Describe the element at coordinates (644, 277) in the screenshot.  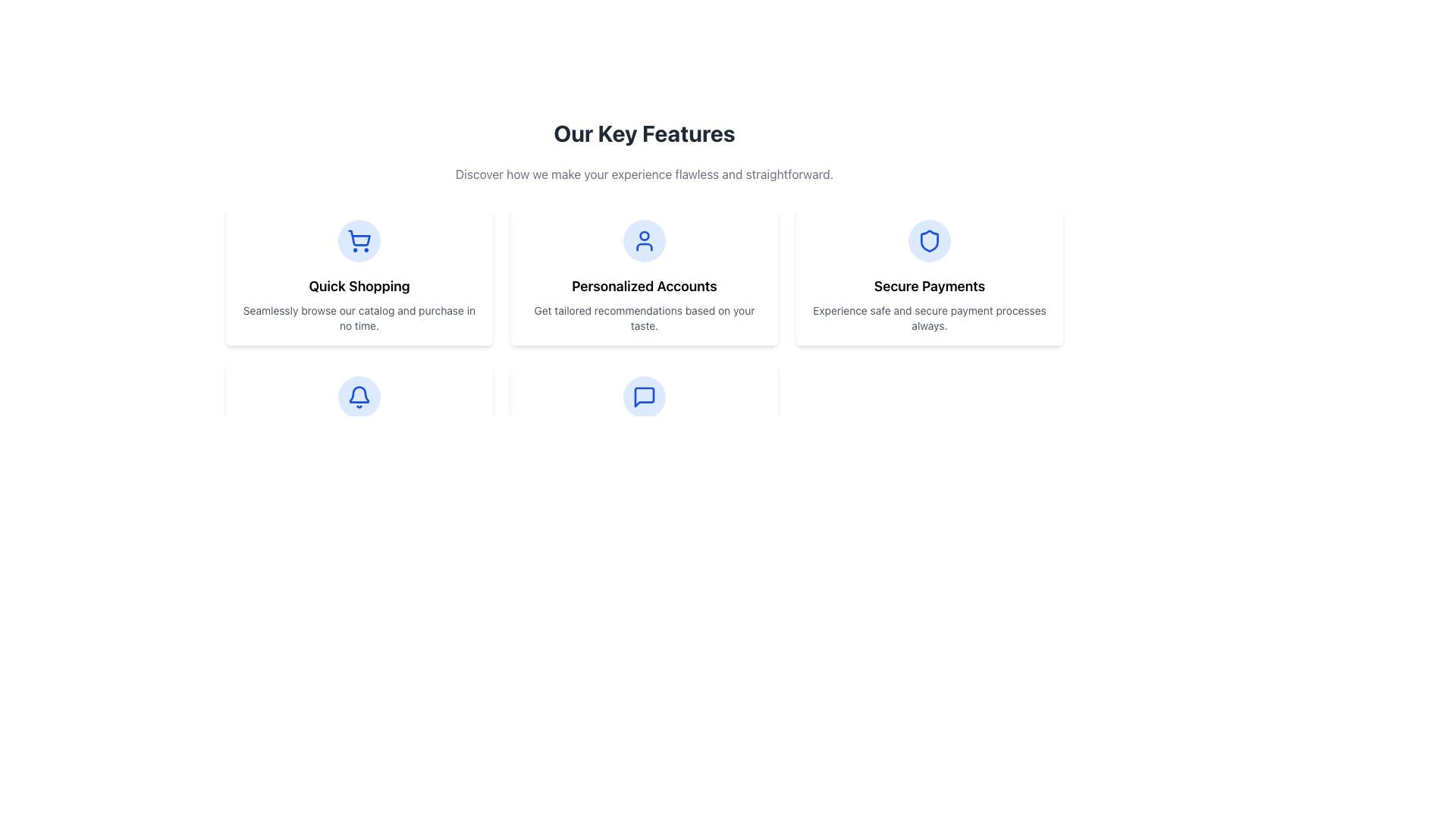
I see `the second feature card in the grid layout, which provides personalized account recommendations, located below the heading 'Our Key Features.'` at that location.